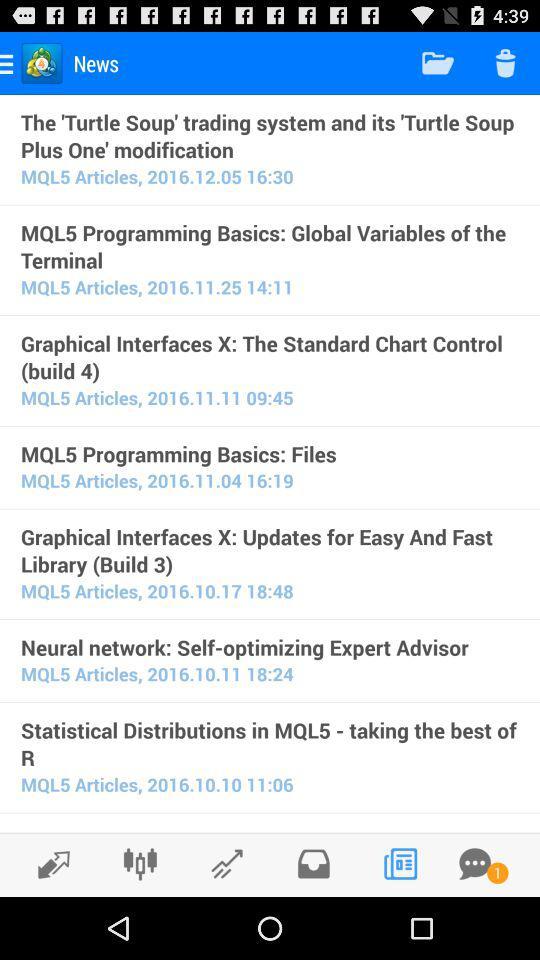 This screenshot has width=540, height=960. I want to click on the the turtle soup item, so click(270, 134).